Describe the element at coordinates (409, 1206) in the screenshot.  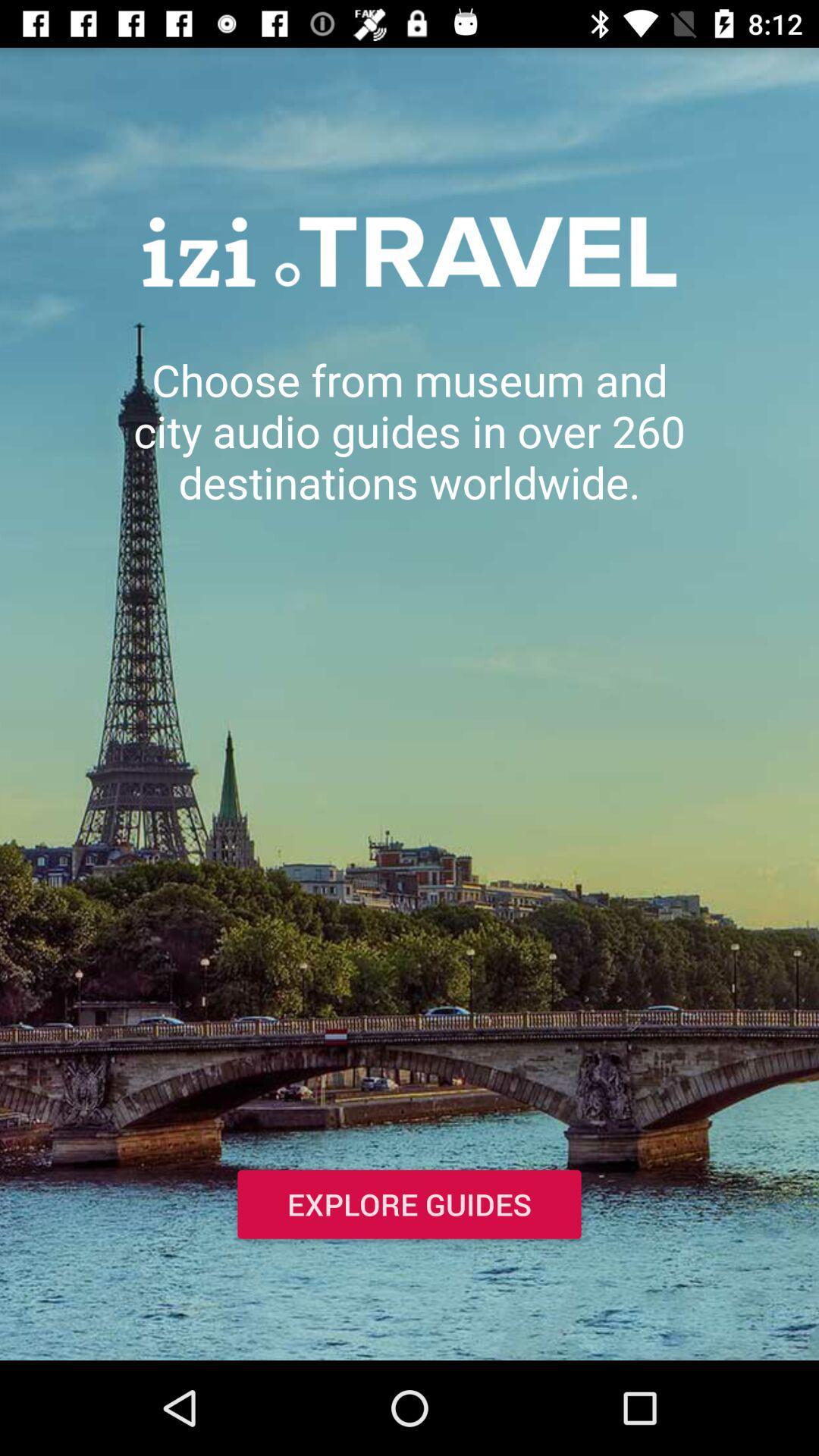
I see `the item below choose from museum icon` at that location.